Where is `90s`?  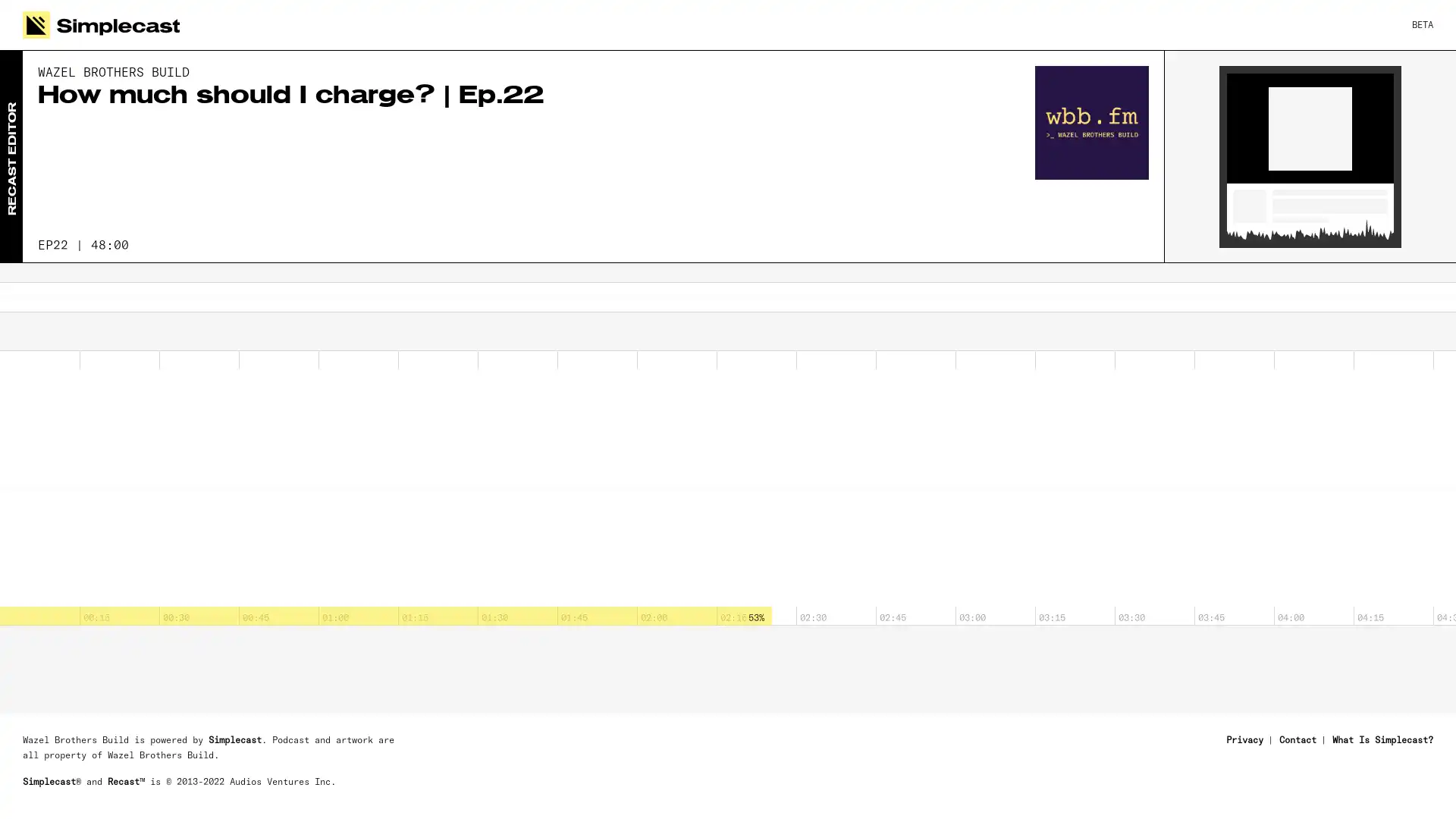
90s is located at coordinates (120, 335).